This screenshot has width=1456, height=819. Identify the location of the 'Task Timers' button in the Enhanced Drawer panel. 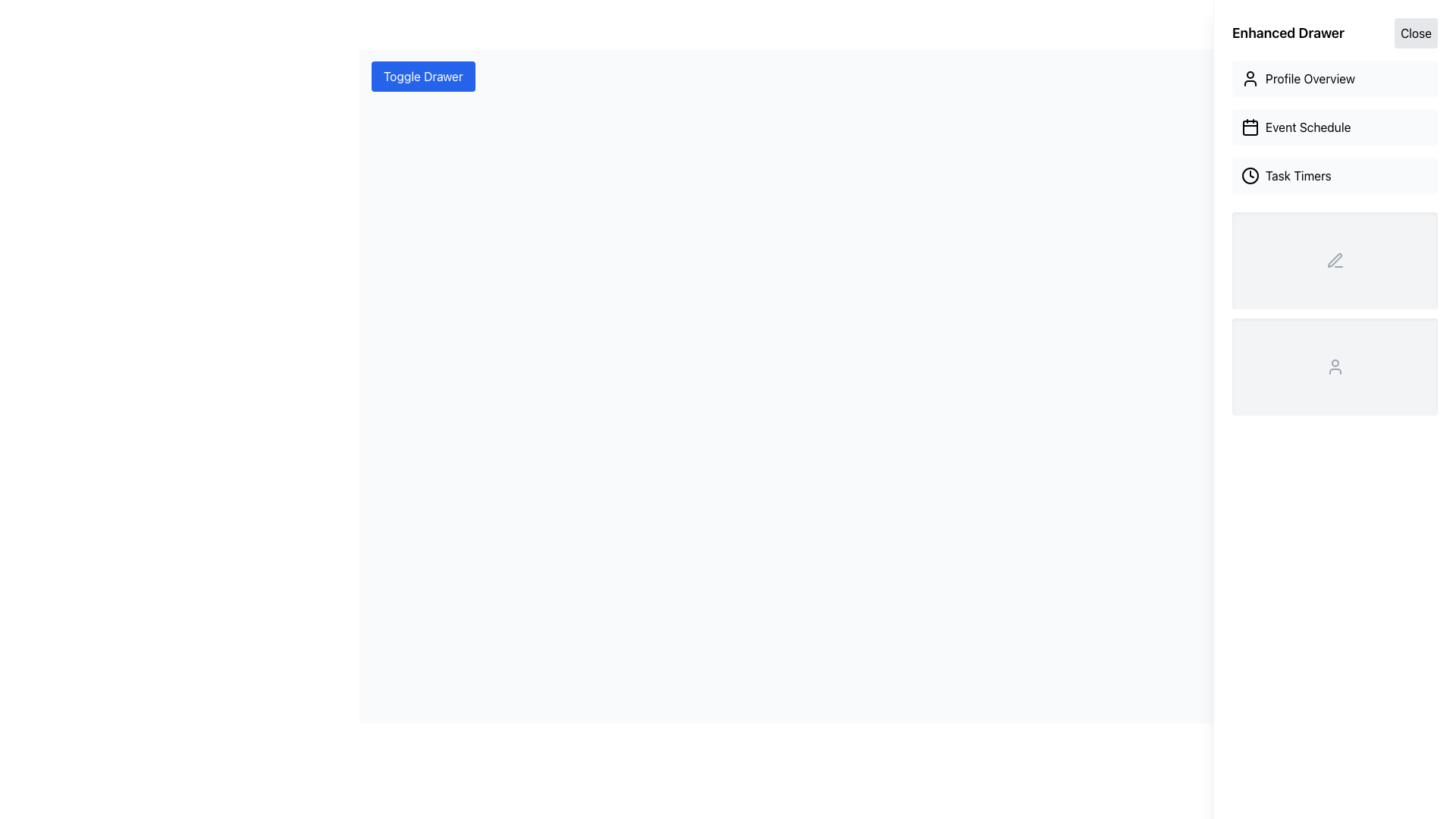
(1335, 174).